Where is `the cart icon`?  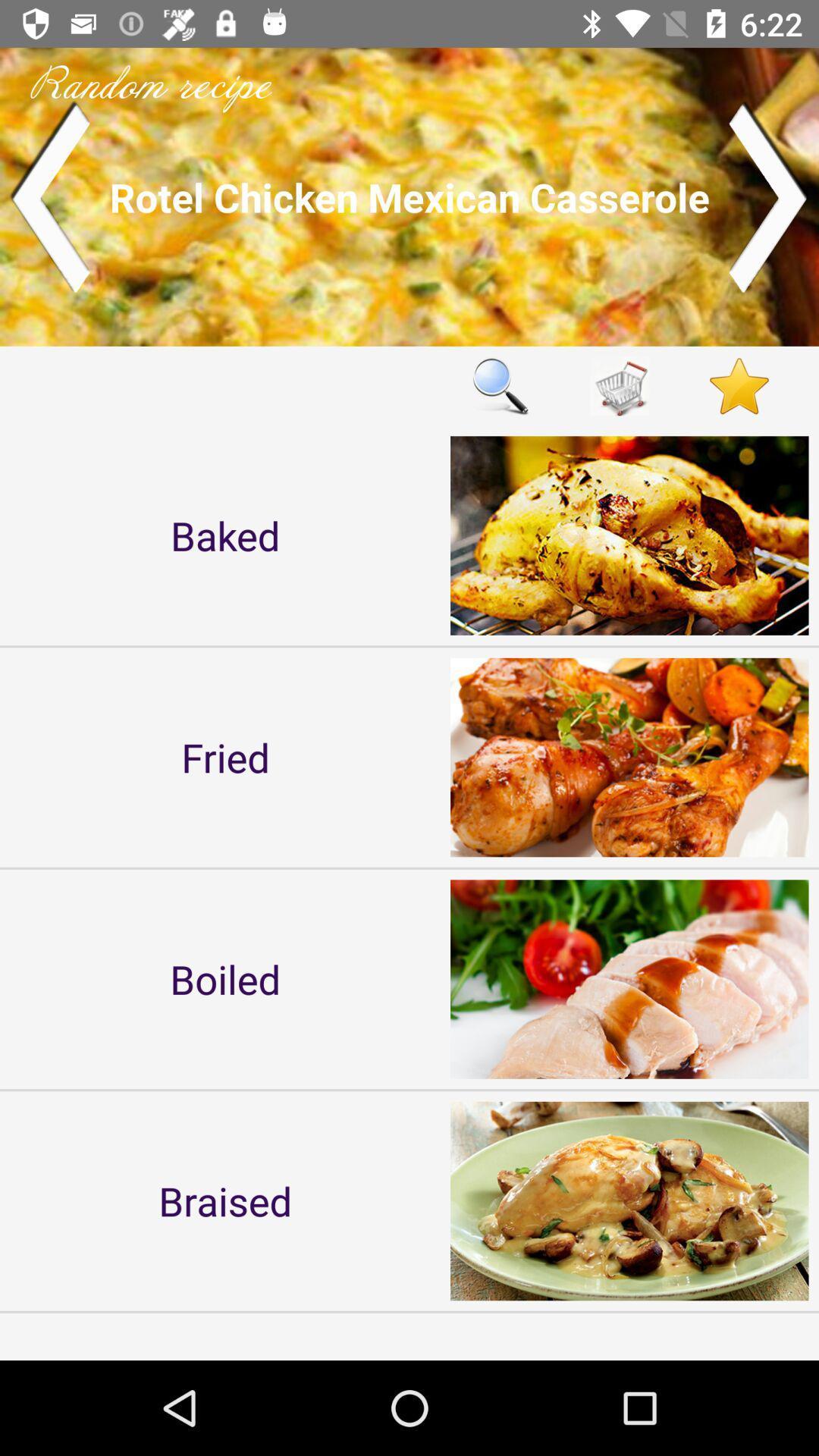 the cart icon is located at coordinates (620, 386).